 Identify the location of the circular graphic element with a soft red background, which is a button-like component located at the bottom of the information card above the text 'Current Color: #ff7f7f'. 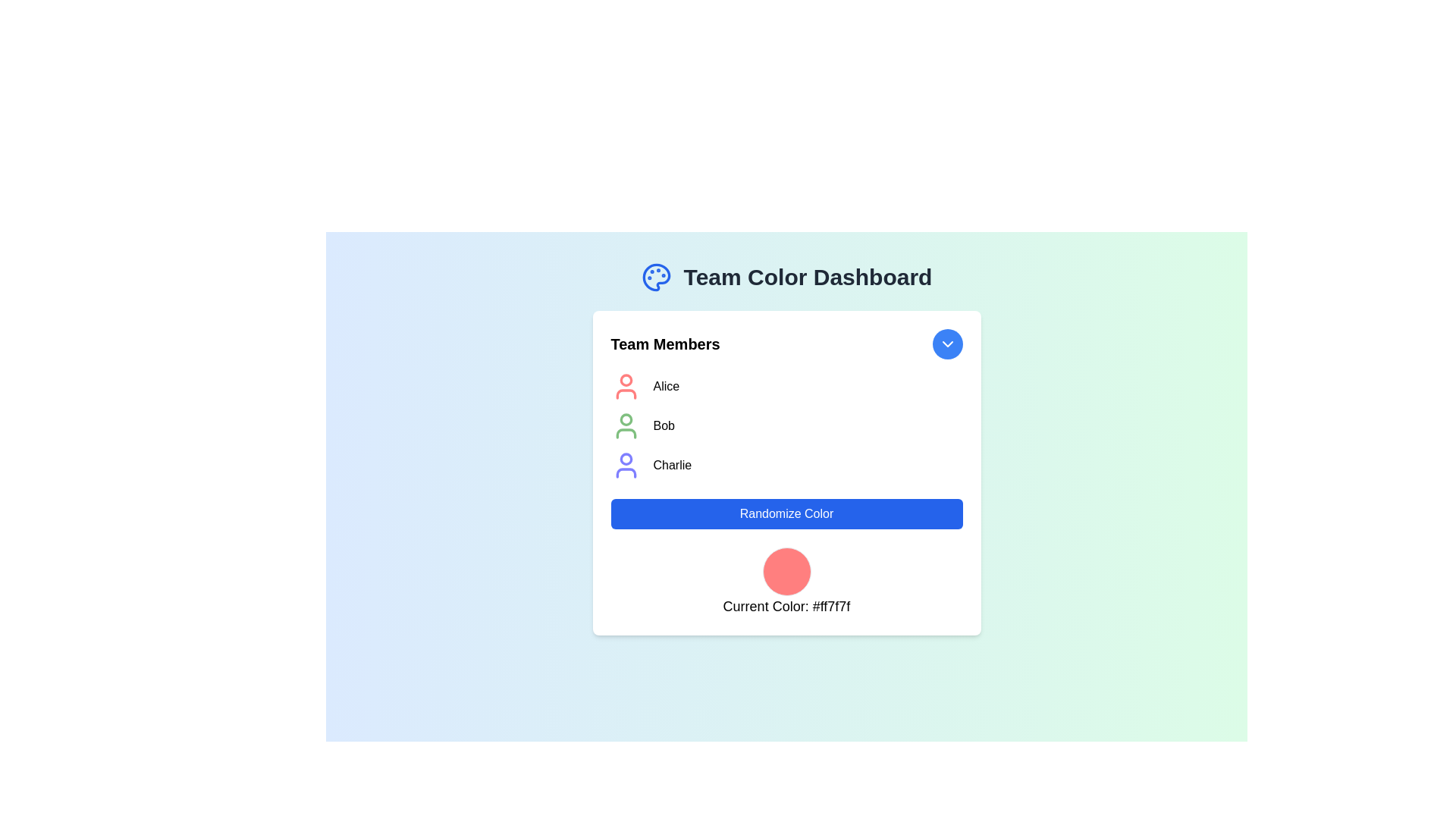
(786, 571).